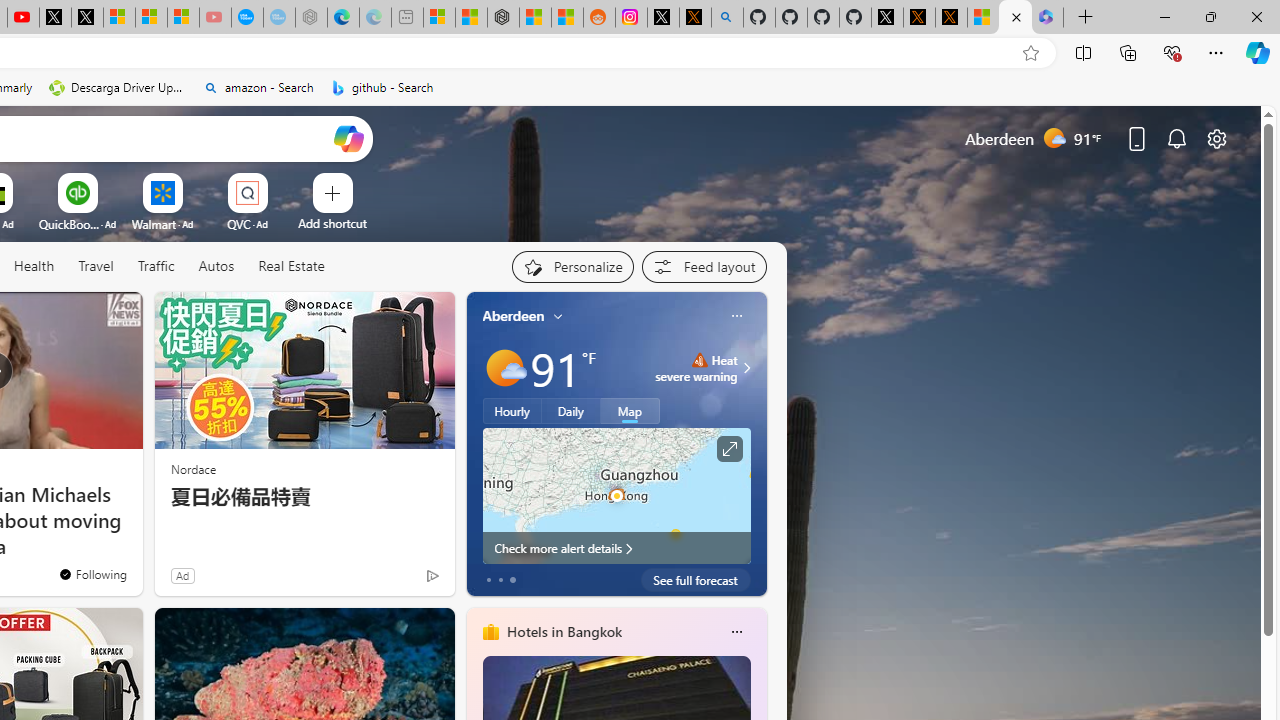  What do you see at coordinates (571, 266) in the screenshot?
I see `'Personalize your feed"'` at bounding box center [571, 266].